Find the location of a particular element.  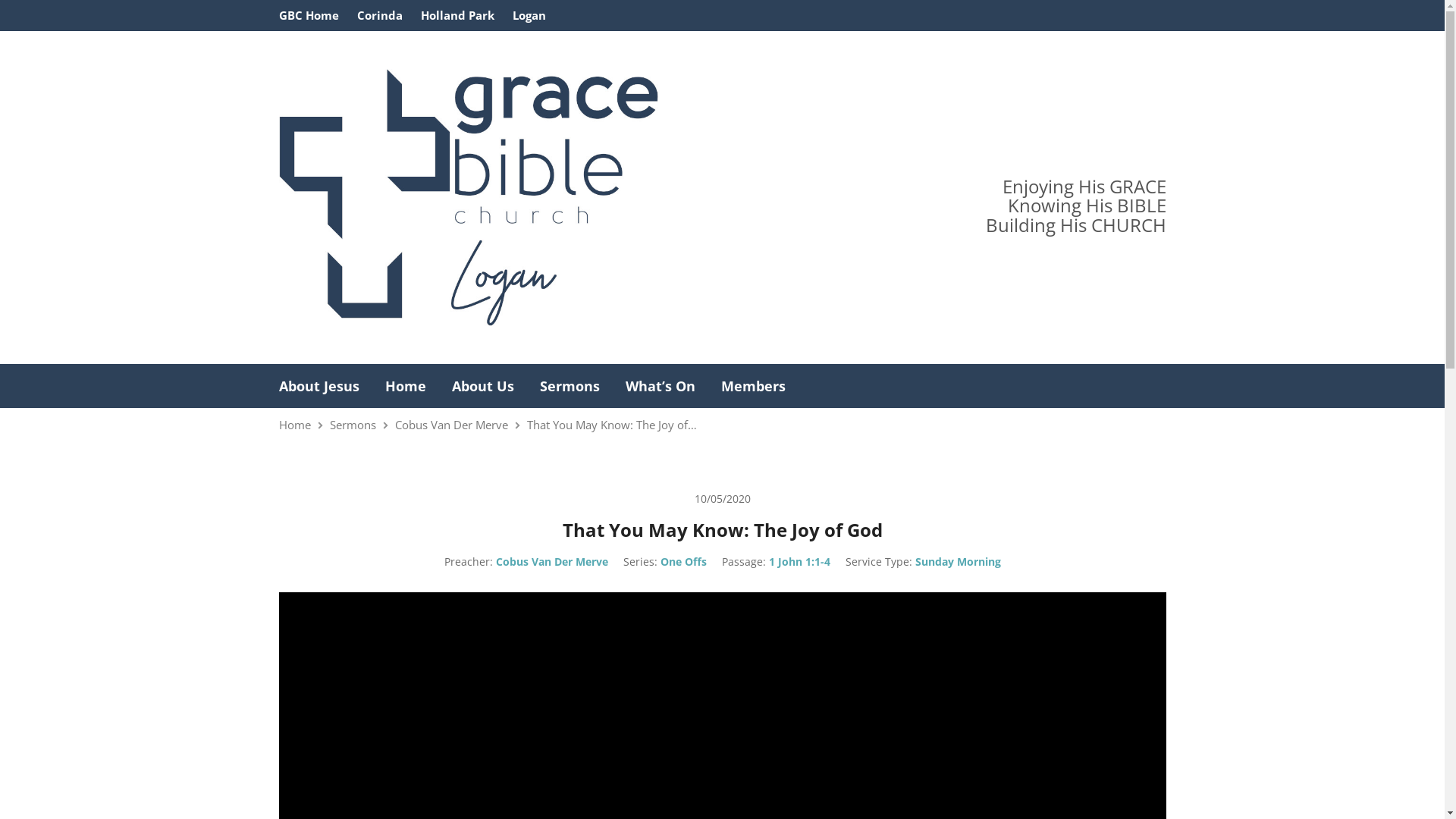

'GBC Home' is located at coordinates (279, 14).